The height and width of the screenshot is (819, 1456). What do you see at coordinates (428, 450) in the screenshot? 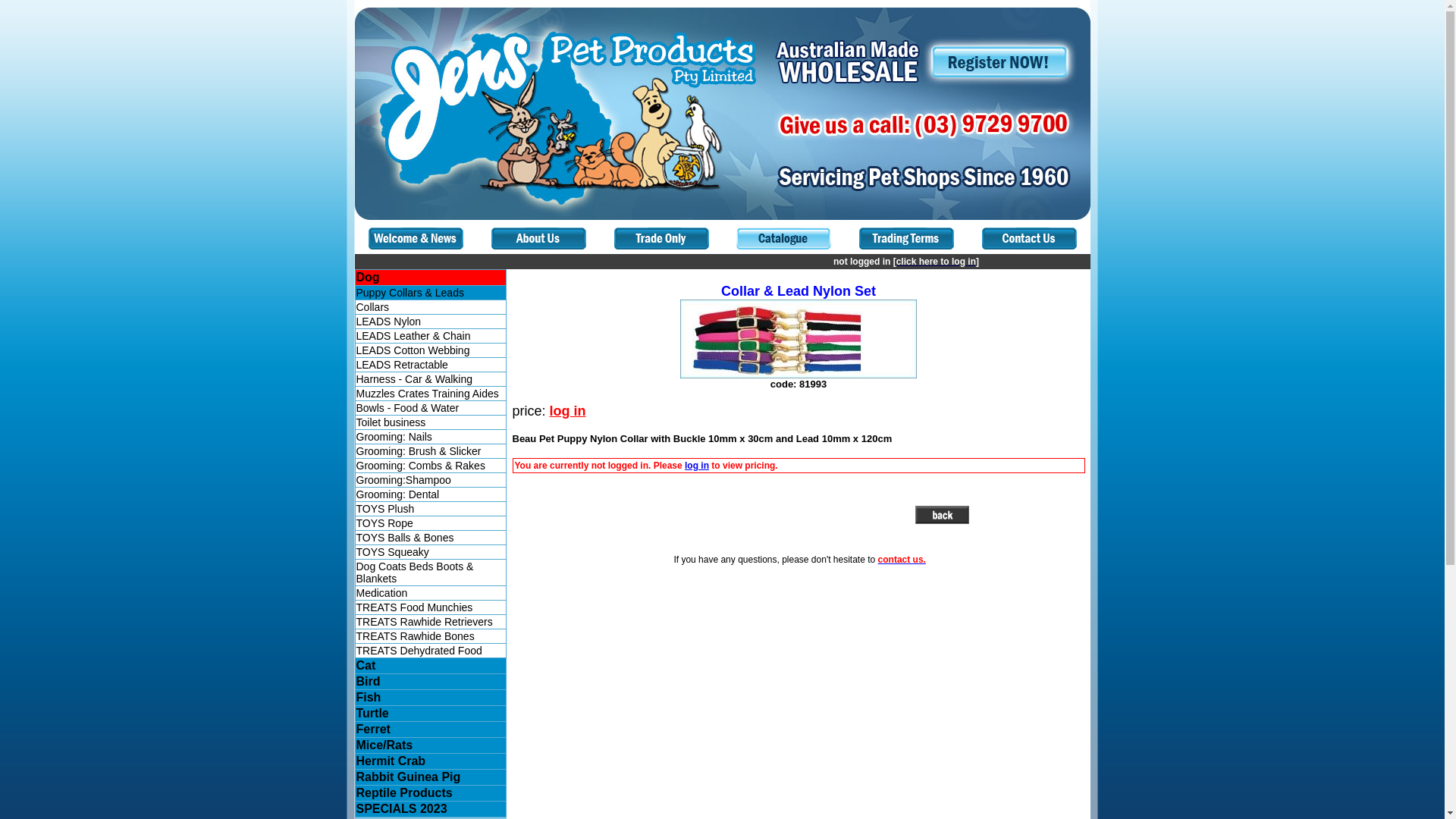
I see `'Grooming: Brush & Slicker'` at bounding box center [428, 450].